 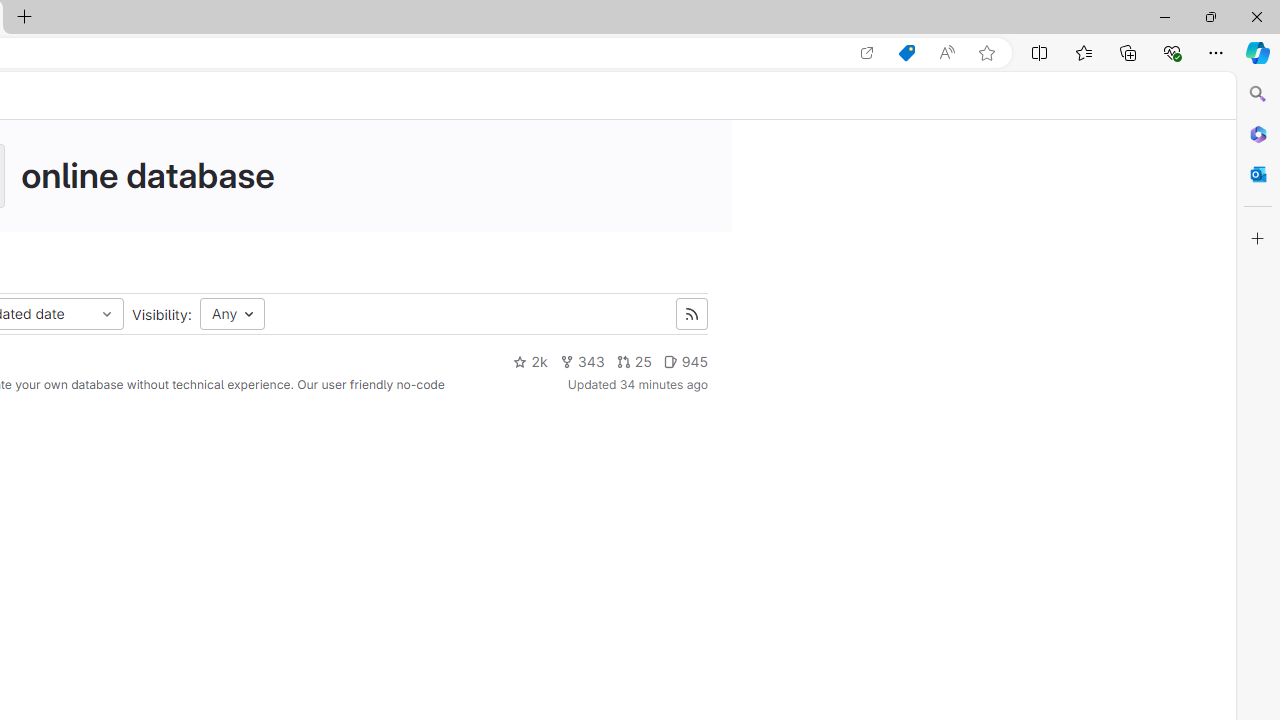 I want to click on '343', so click(x=581, y=362).